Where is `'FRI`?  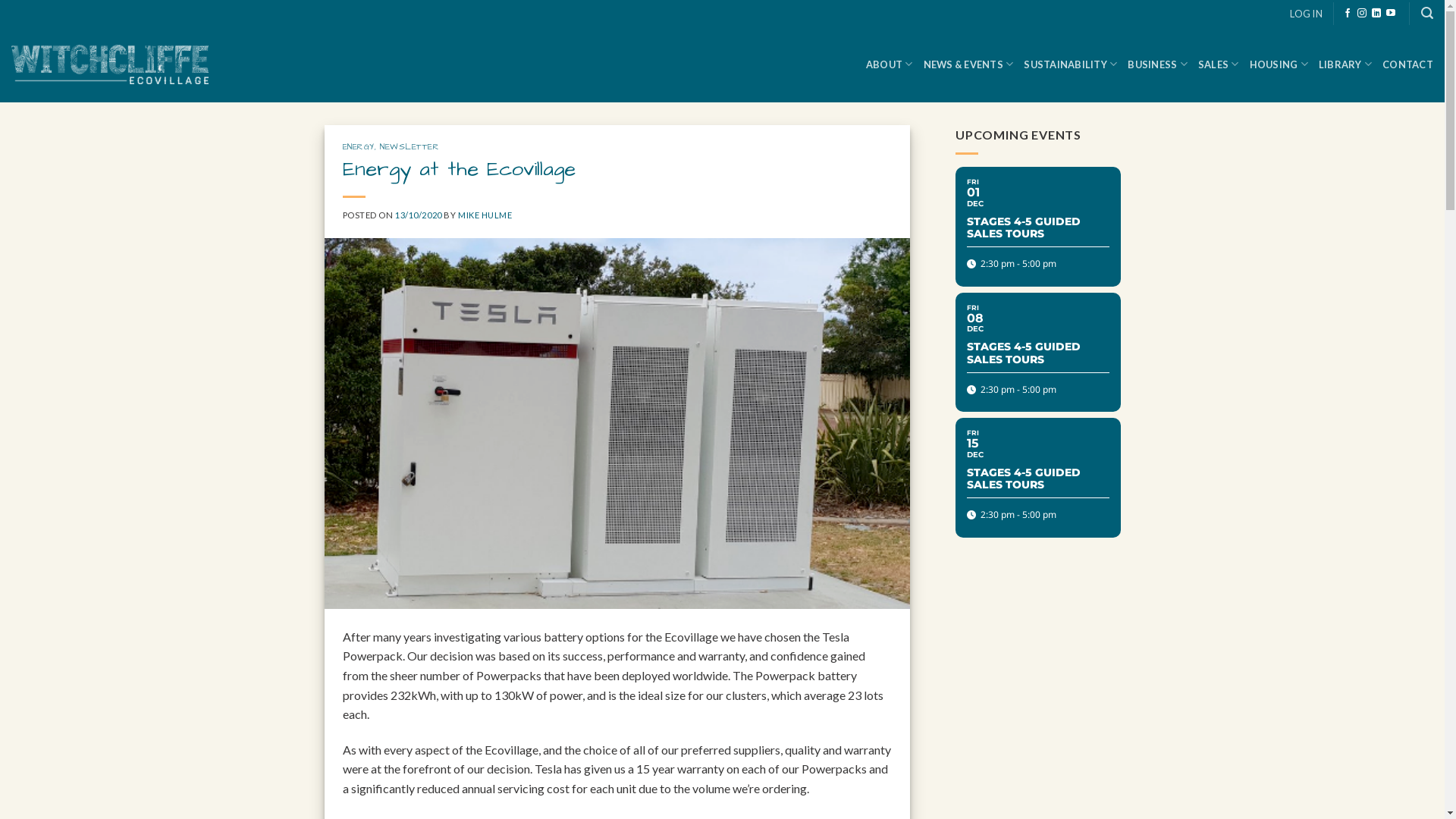 'FRI is located at coordinates (1037, 226).